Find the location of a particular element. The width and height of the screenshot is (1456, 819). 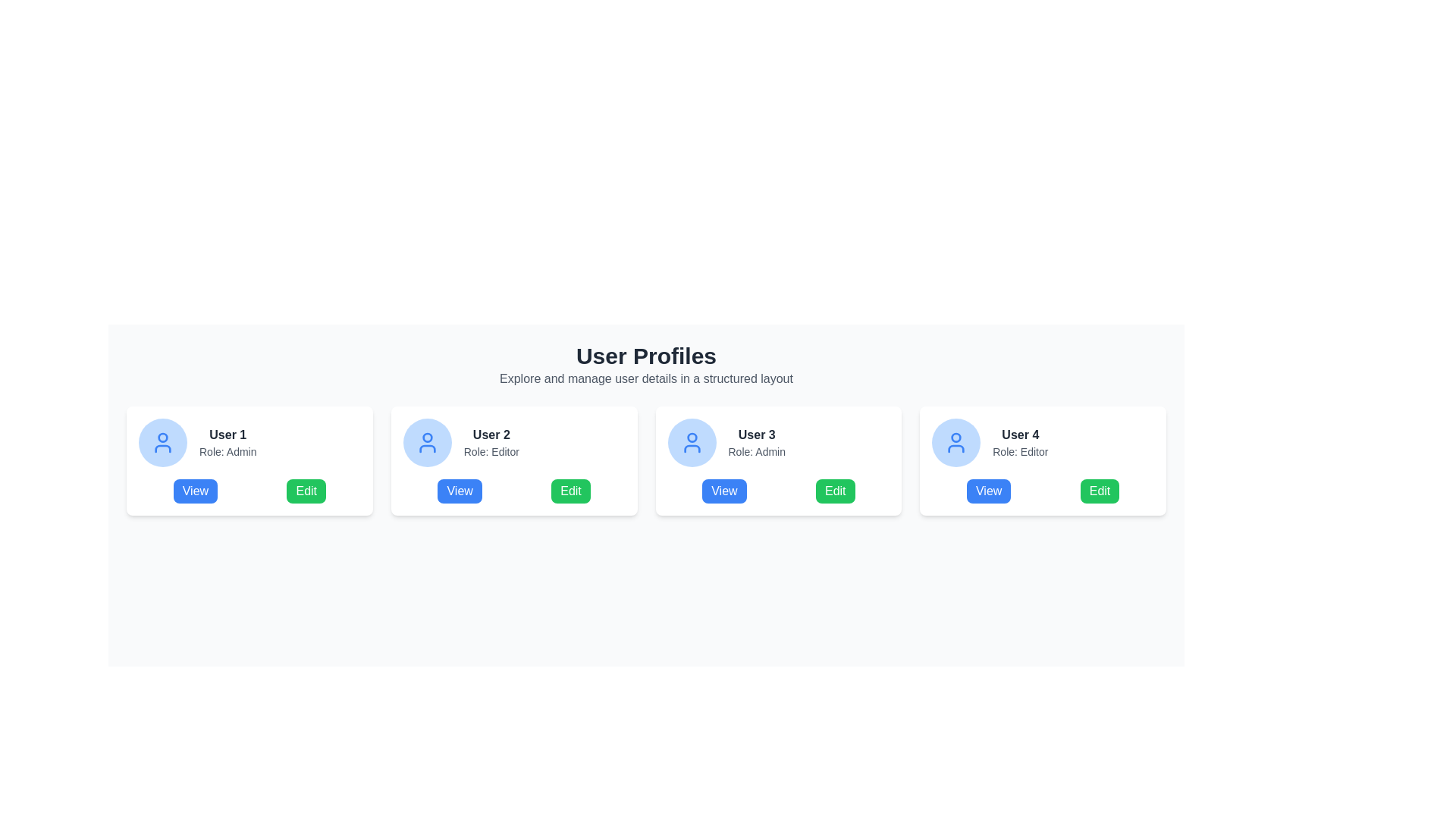

text content of the header titled 'User Profiles' and its description 'Explore and manage user details in a structured layout' is located at coordinates (646, 366).